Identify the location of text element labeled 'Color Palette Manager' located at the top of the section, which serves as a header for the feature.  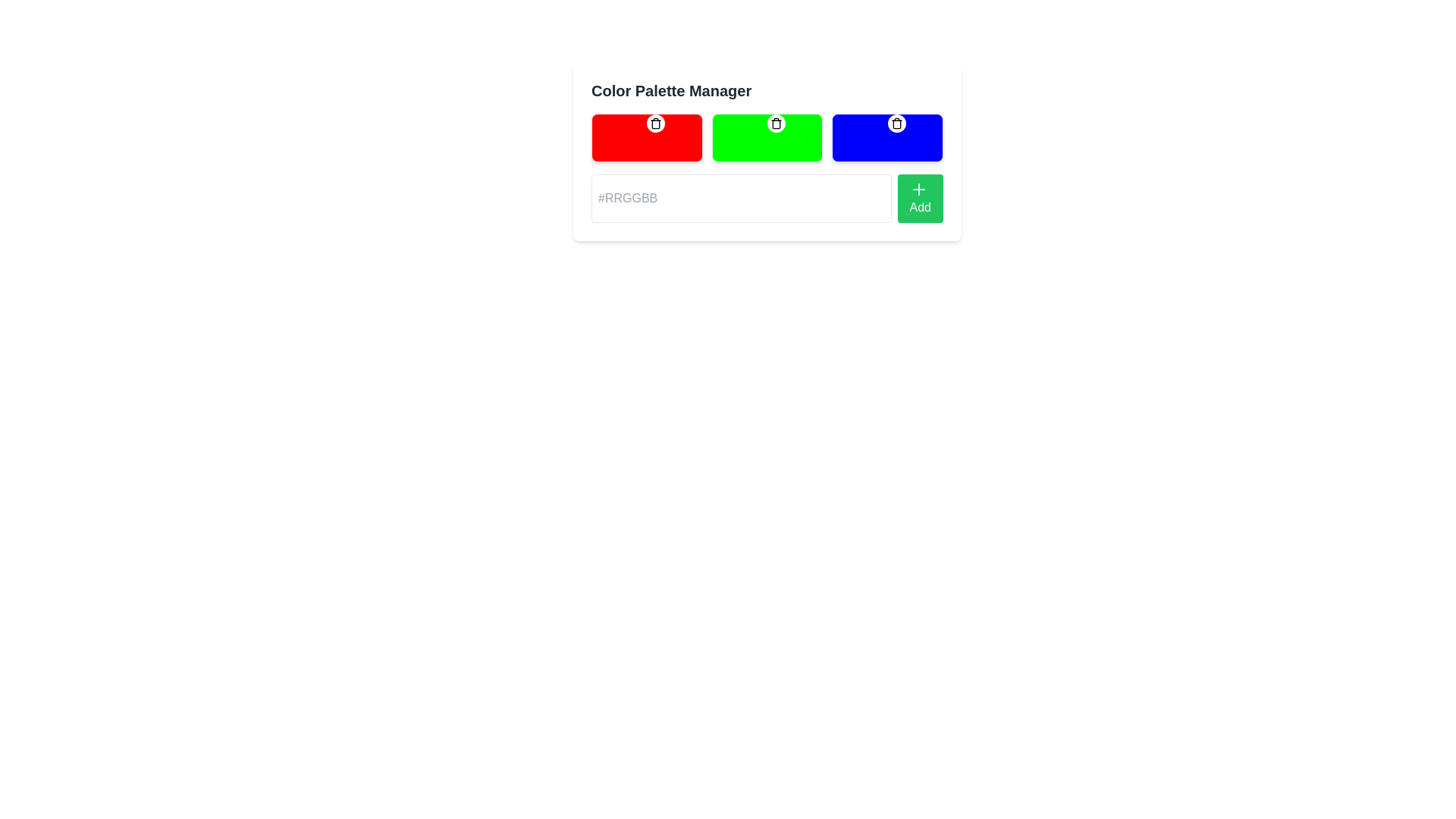
(670, 90).